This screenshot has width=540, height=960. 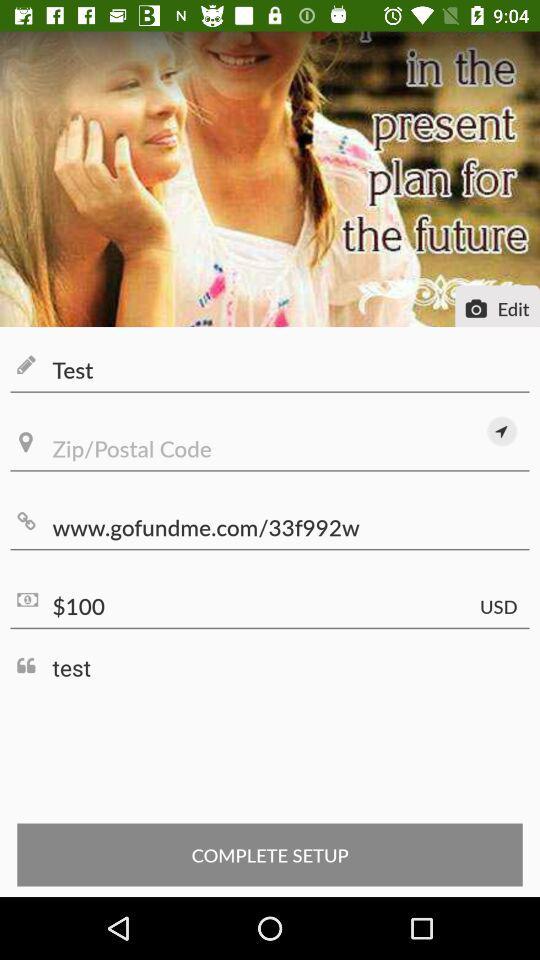 What do you see at coordinates (270, 605) in the screenshot?
I see `the item above test item` at bounding box center [270, 605].